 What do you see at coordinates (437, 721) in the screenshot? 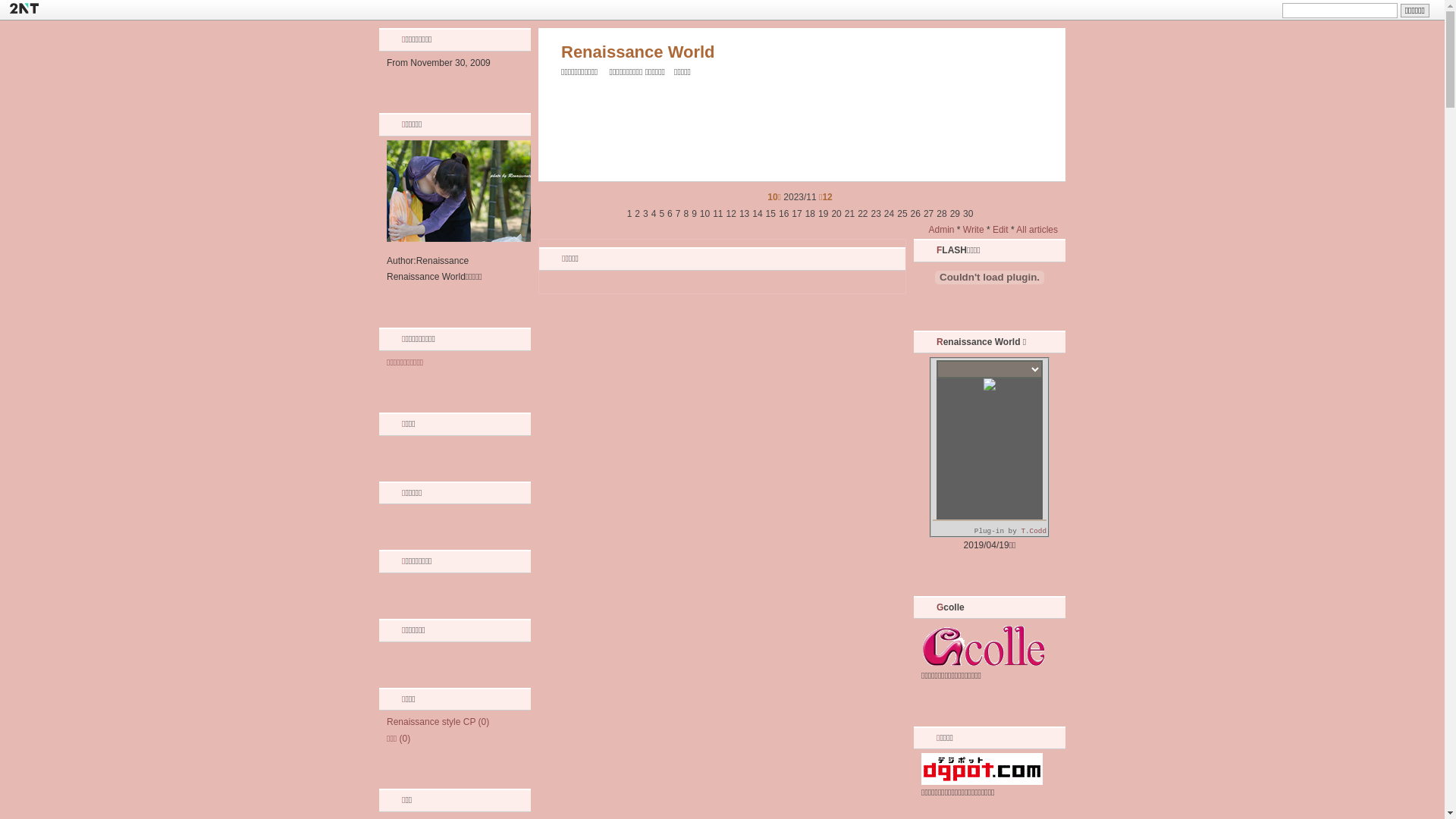
I see `'Renaissance style CP (0)'` at bounding box center [437, 721].